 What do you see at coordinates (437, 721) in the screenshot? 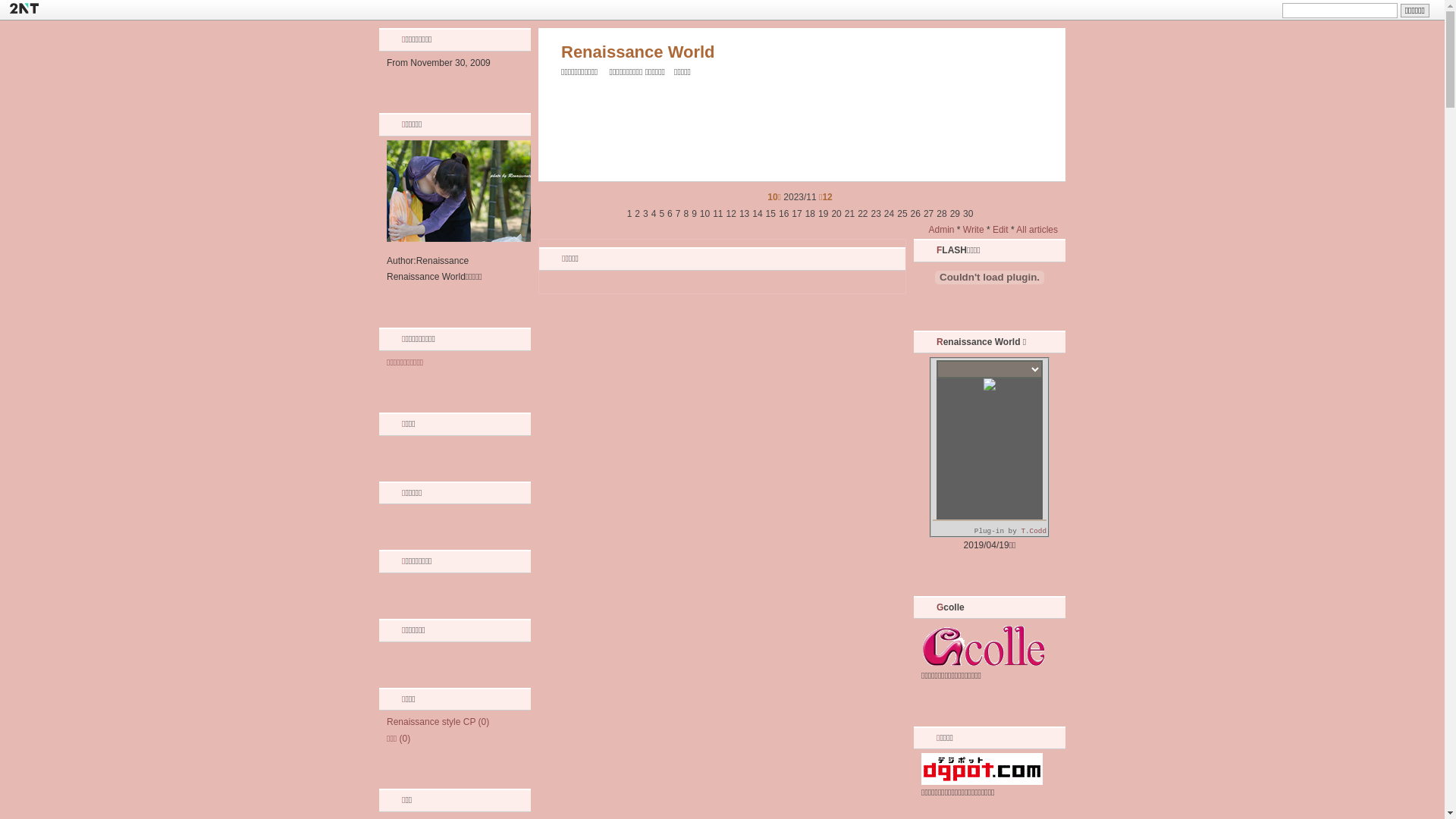
I see `'Renaissance style CP (0)'` at bounding box center [437, 721].